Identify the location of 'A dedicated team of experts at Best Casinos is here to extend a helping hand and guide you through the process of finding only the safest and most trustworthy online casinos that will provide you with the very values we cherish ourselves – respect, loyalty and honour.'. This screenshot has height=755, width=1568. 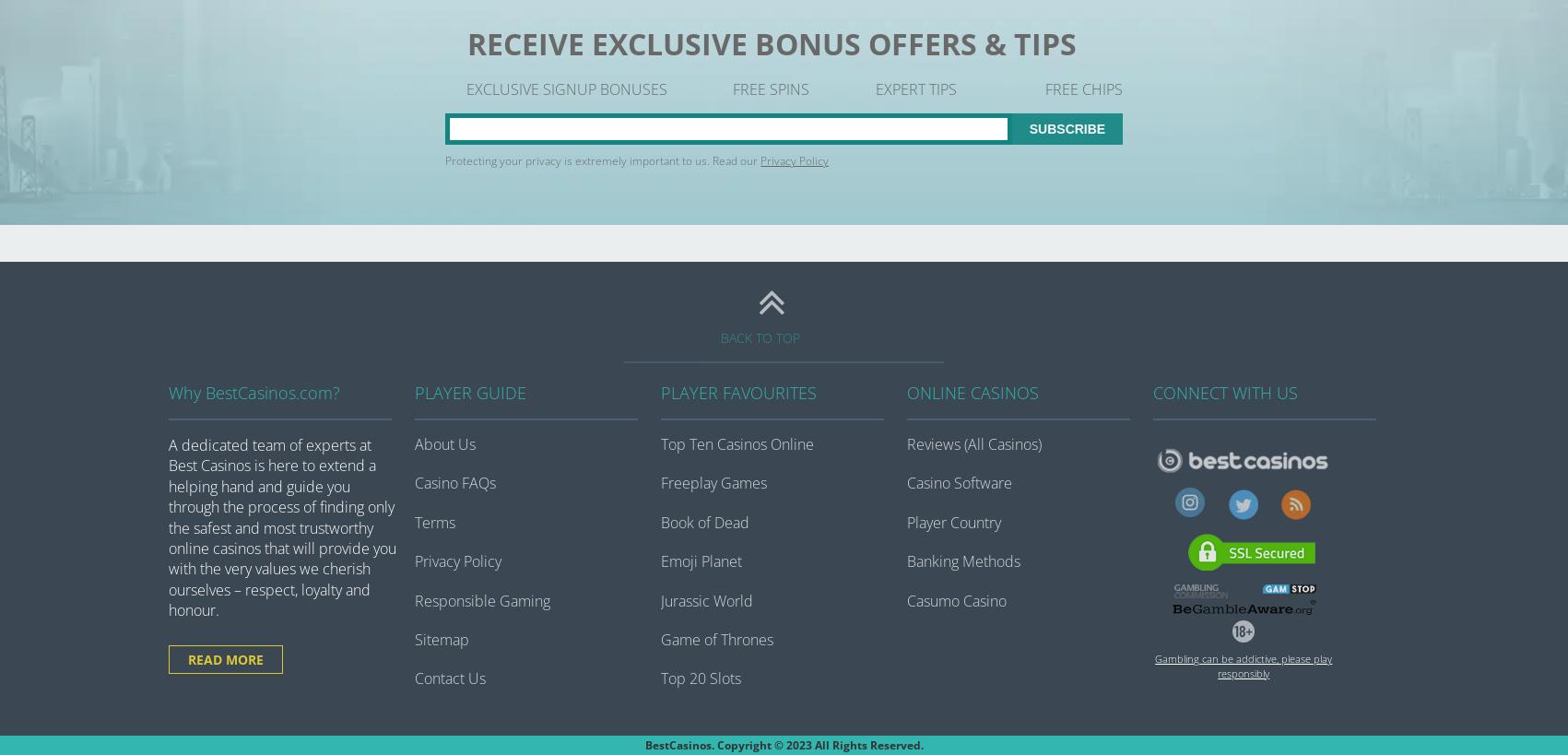
(281, 527).